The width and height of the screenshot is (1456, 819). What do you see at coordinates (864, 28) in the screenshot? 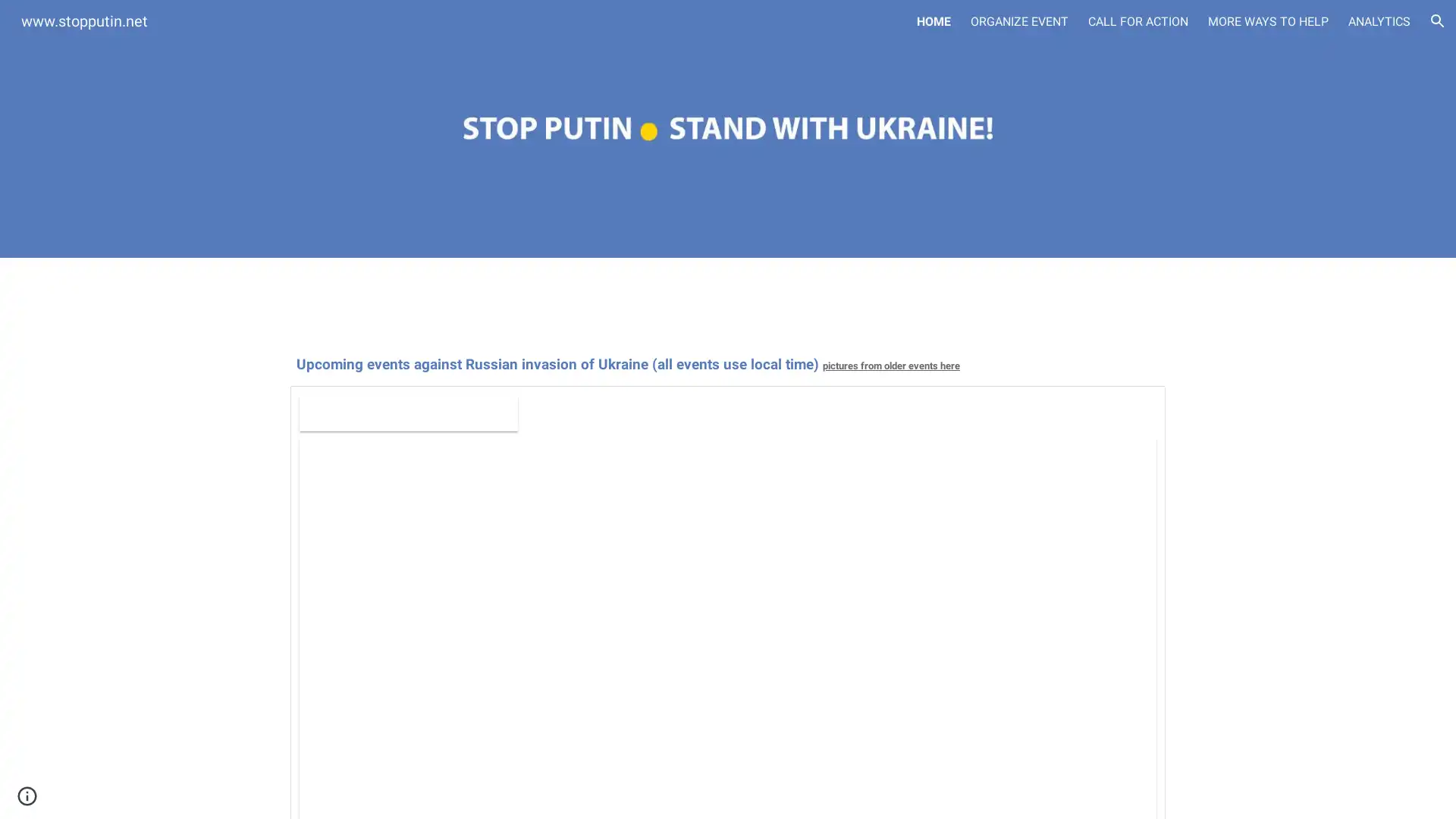
I see `Skip to navigation` at bounding box center [864, 28].